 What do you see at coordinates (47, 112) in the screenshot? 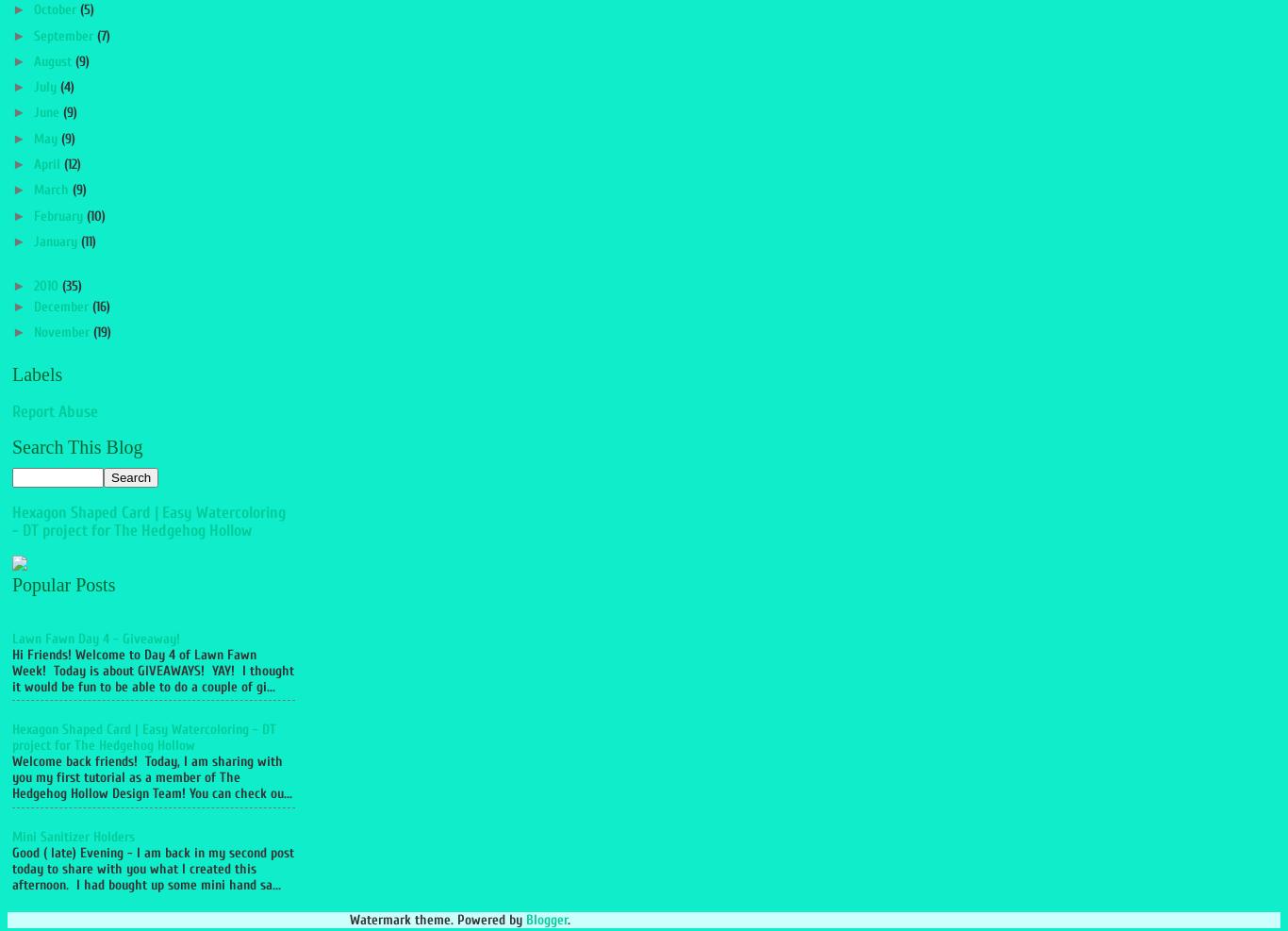
I see `'June'` at bounding box center [47, 112].